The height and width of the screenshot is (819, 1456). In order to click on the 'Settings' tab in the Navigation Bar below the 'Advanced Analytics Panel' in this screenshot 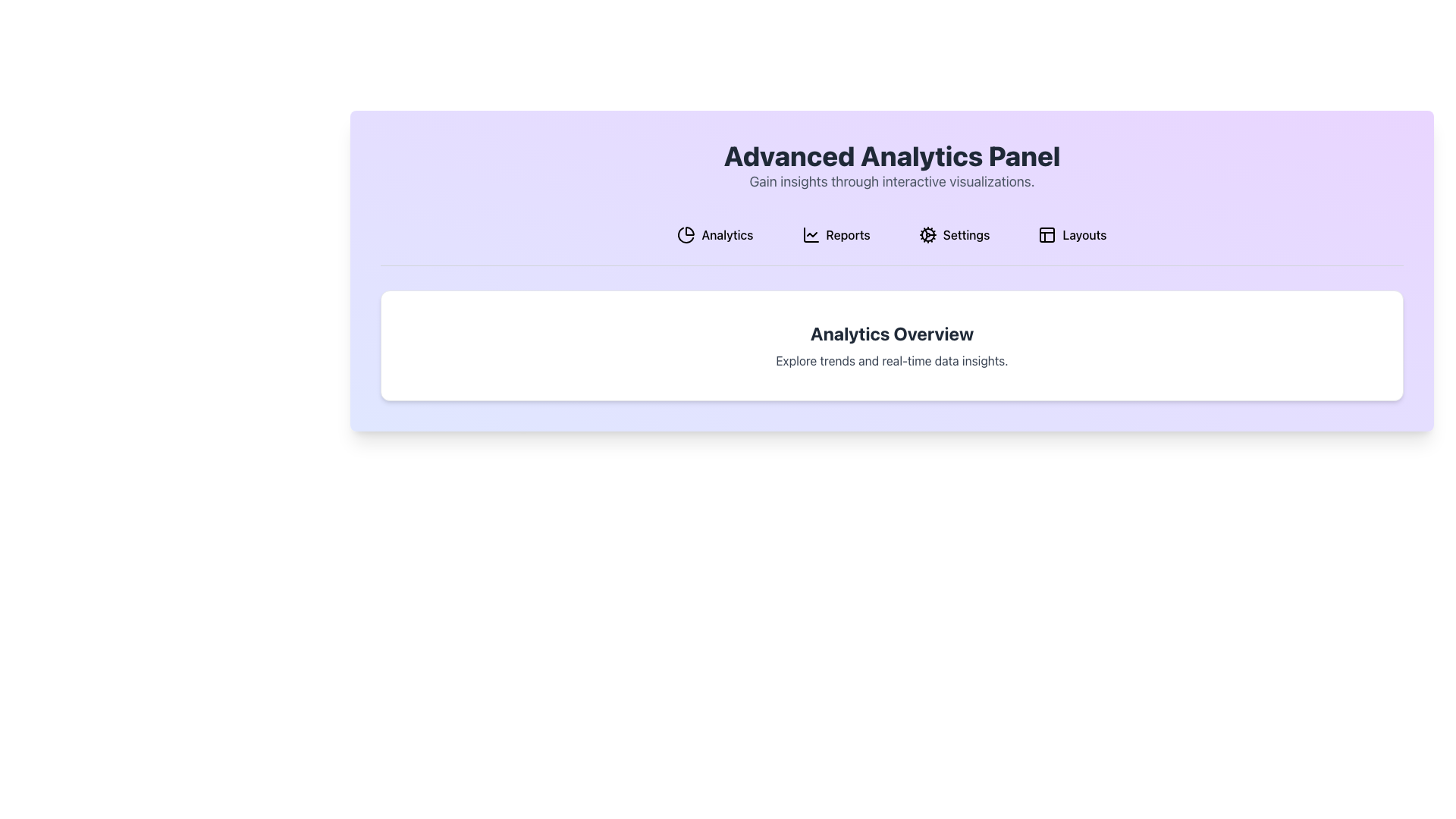, I will do `click(892, 240)`.